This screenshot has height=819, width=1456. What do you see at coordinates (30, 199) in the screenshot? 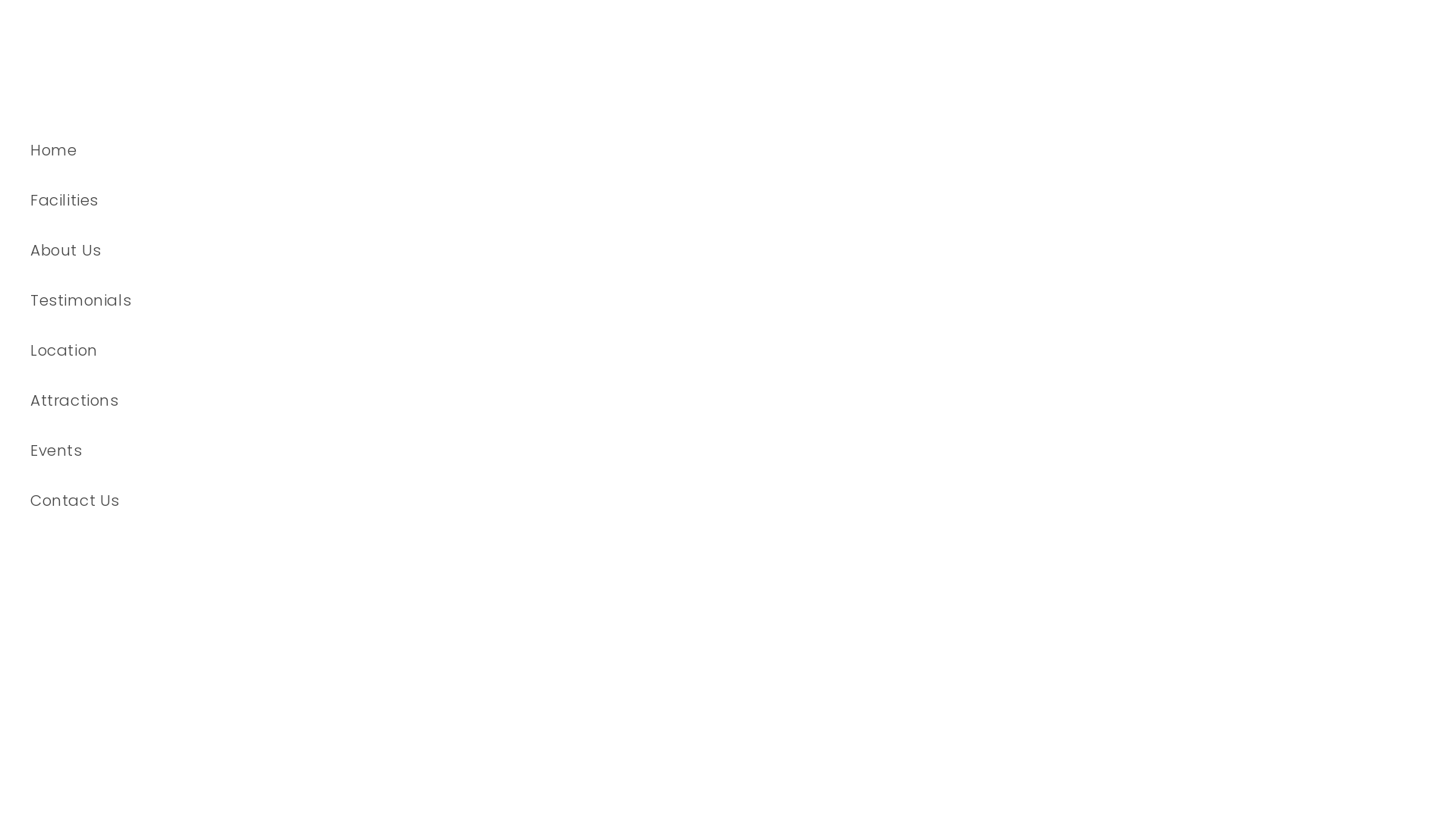
I see `'Facilities'` at bounding box center [30, 199].